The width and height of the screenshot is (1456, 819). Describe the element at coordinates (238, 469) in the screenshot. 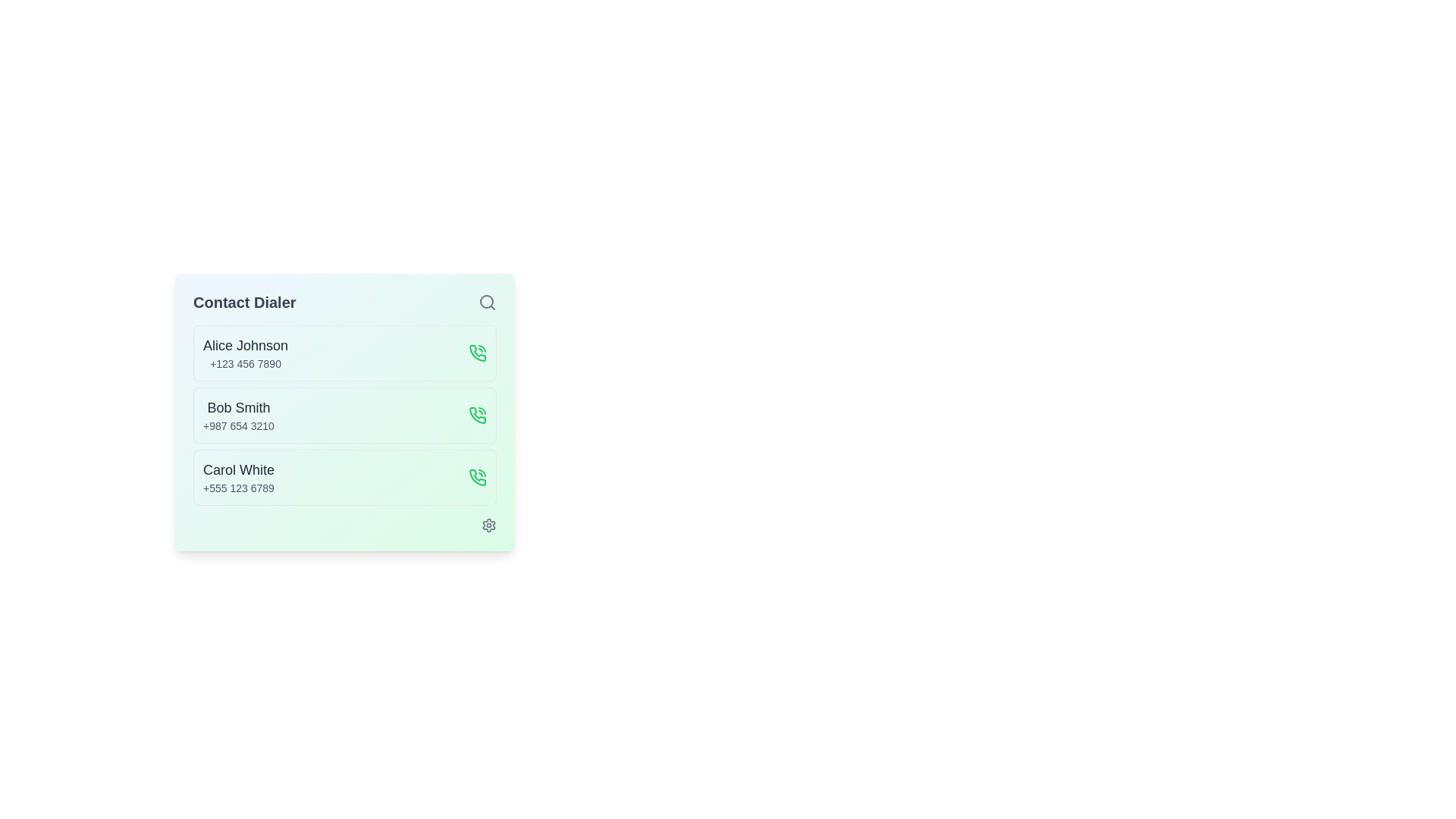

I see `the text label displaying the name 'Carol White', which is styled in a bold, larger font and is part of a contact list in the third row` at that location.